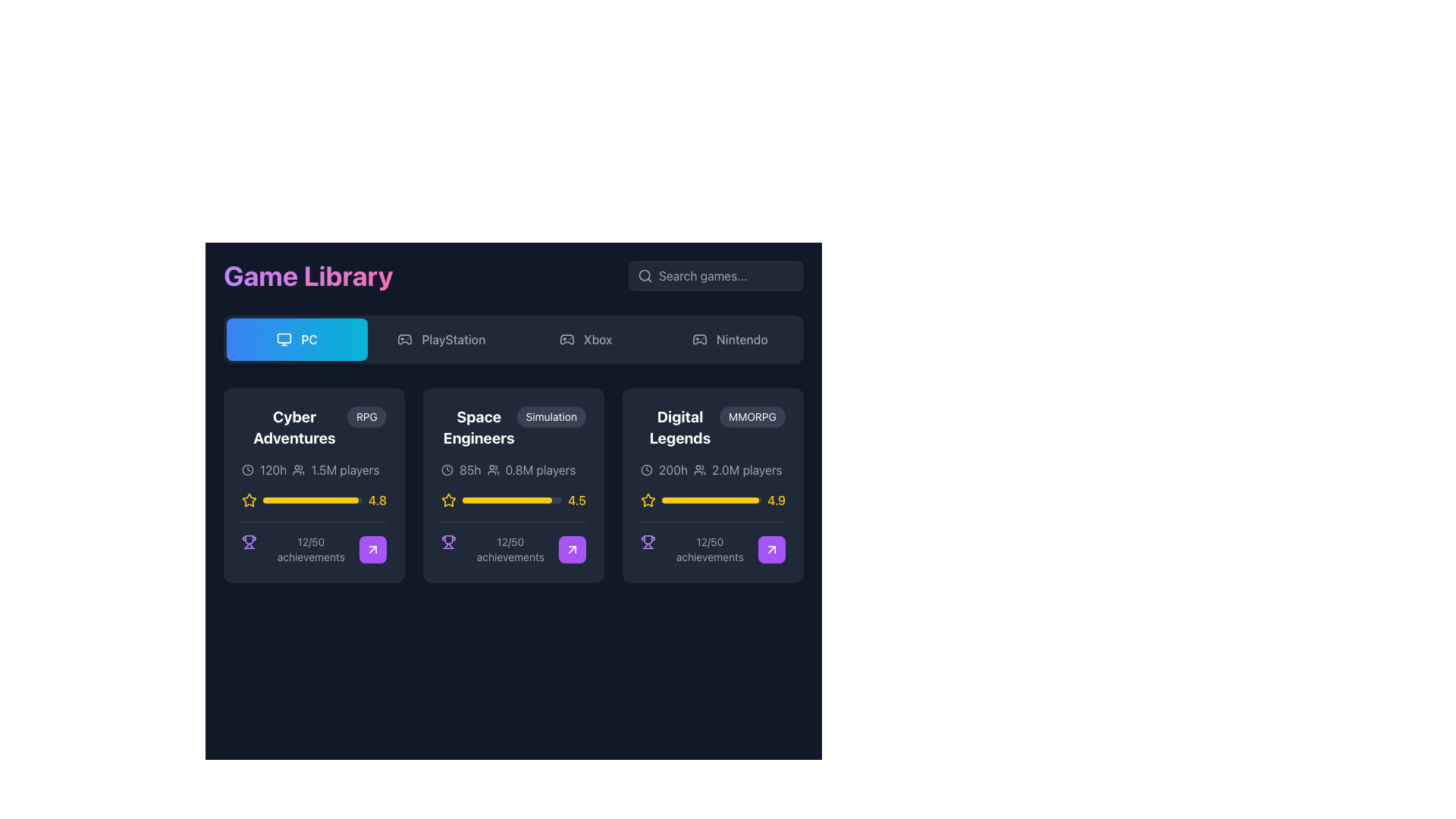 This screenshot has height=819, width=1456. Describe the element at coordinates (507, 500) in the screenshot. I see `the progress bar located beneath the star icon and rating text ('4.5') of the 'Space Engineers' card, which is the second card in a row of three similar game cards` at that location.